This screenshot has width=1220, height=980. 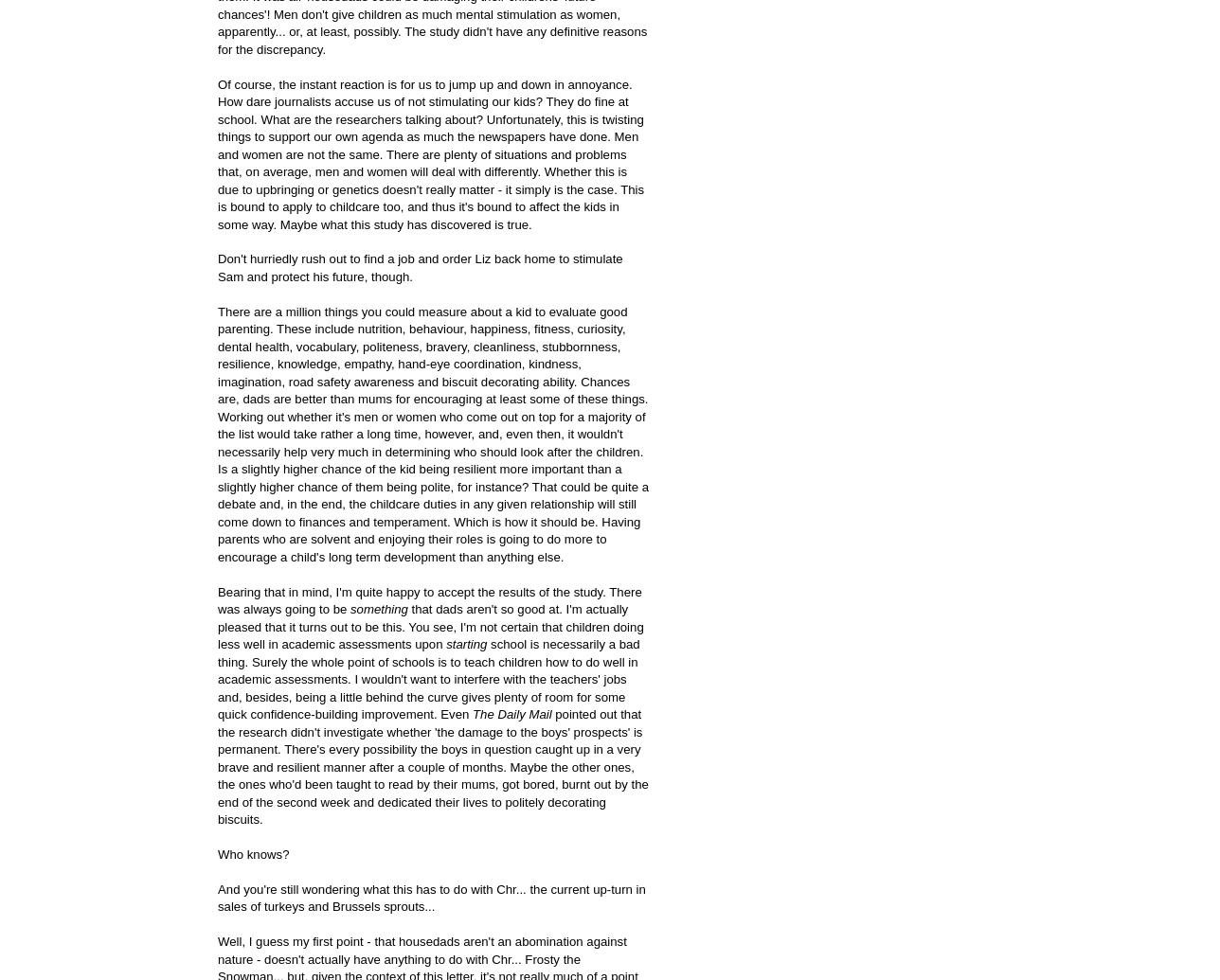 I want to click on 'Don't hurriedly rush out to find a job and order Liz back home to stimulate Sam and protect his future, though.', so click(x=420, y=267).